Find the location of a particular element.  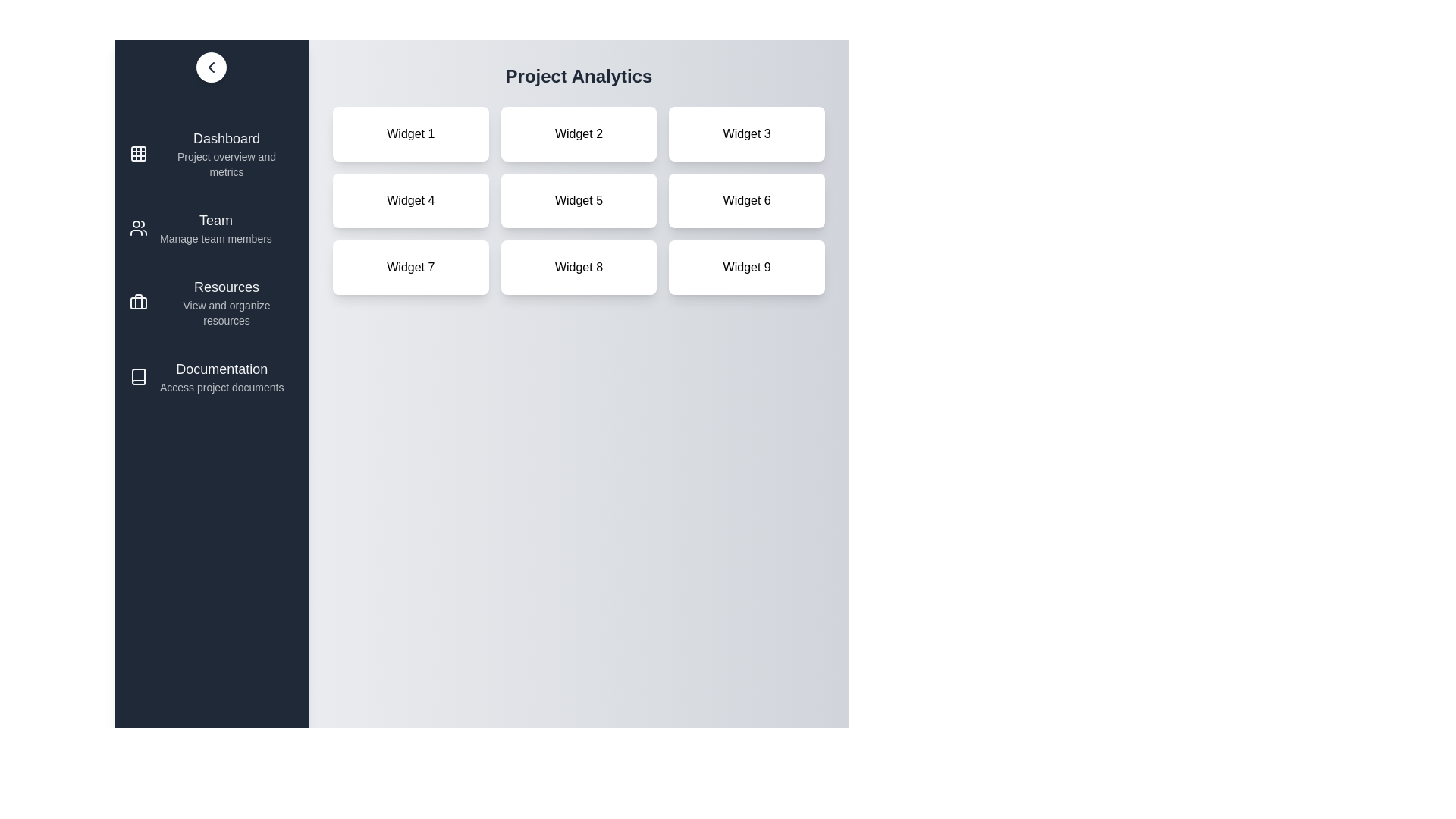

the button at the top-left corner of the sidebar to toggle its visibility is located at coordinates (210, 66).